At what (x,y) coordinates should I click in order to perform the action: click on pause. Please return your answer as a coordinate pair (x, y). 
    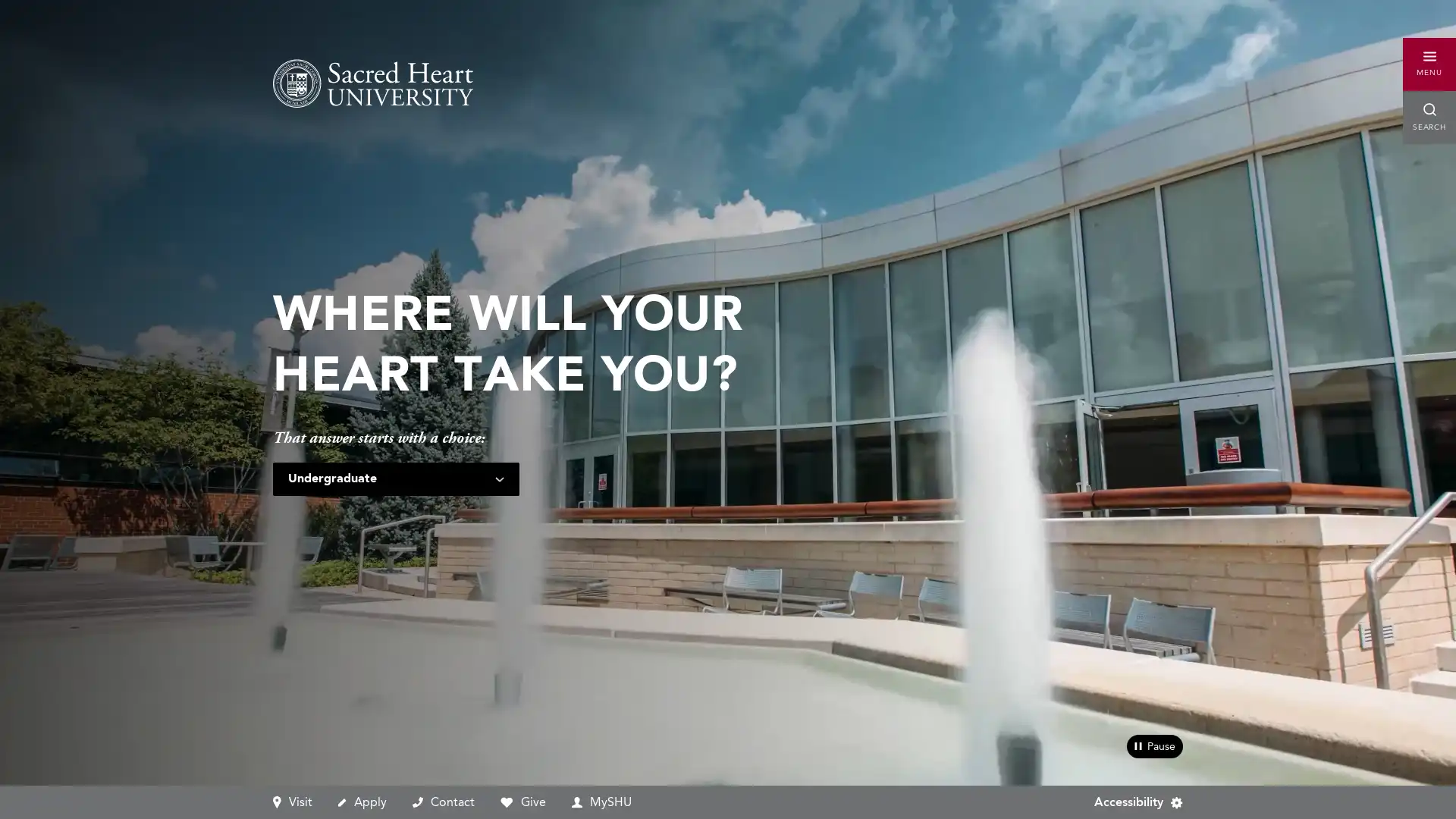
    Looking at the image, I should click on (1153, 745).